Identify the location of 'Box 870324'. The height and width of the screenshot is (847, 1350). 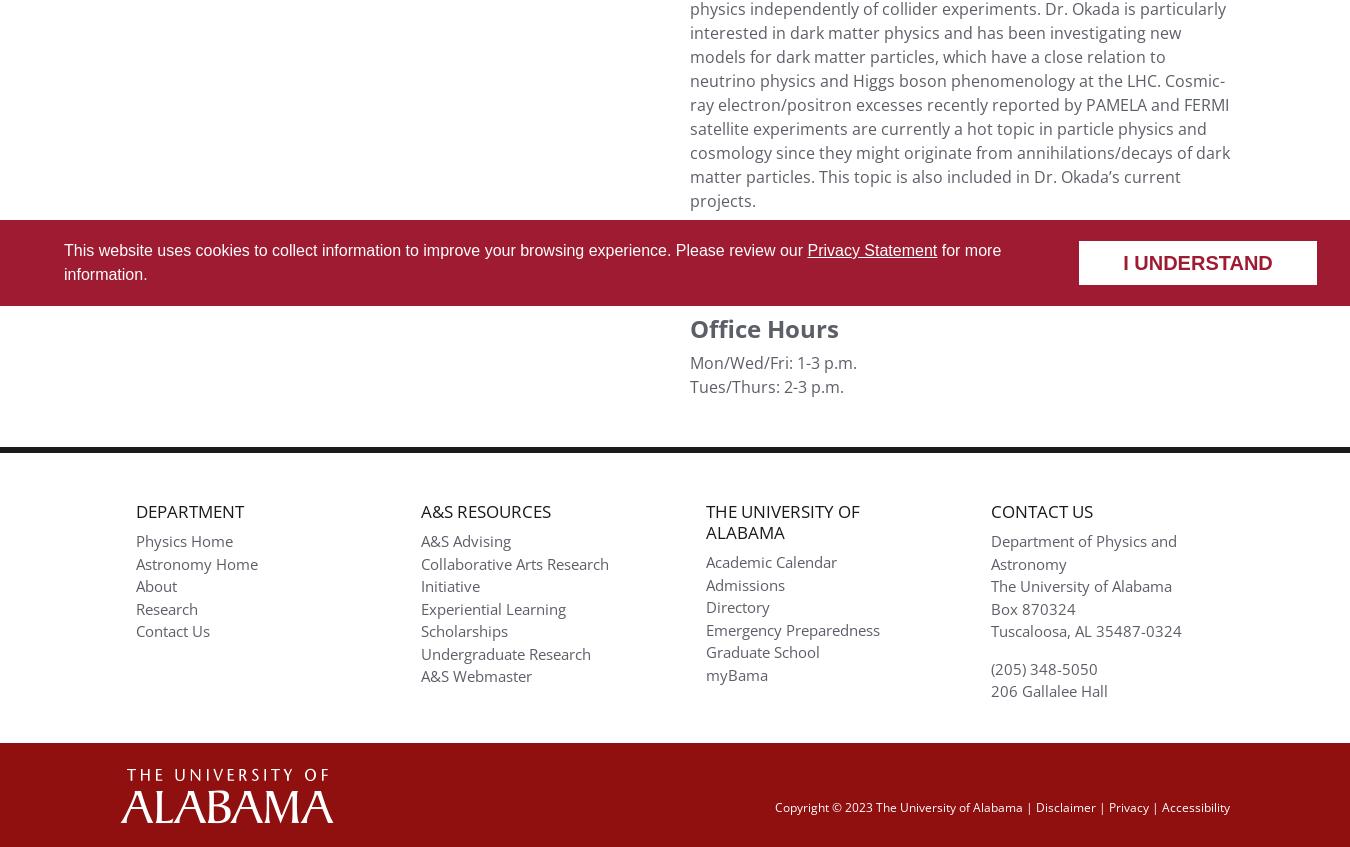
(1033, 606).